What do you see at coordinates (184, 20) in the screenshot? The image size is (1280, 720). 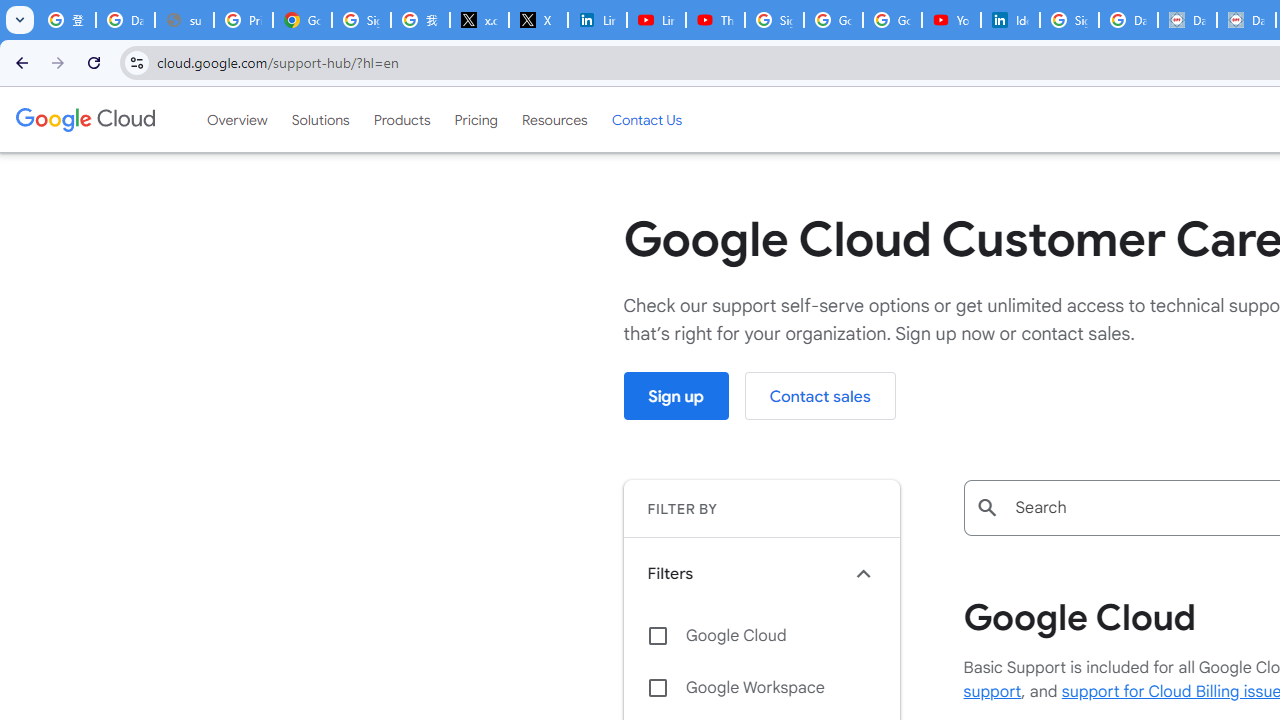 I see `'support.google.com - Network error'` at bounding box center [184, 20].